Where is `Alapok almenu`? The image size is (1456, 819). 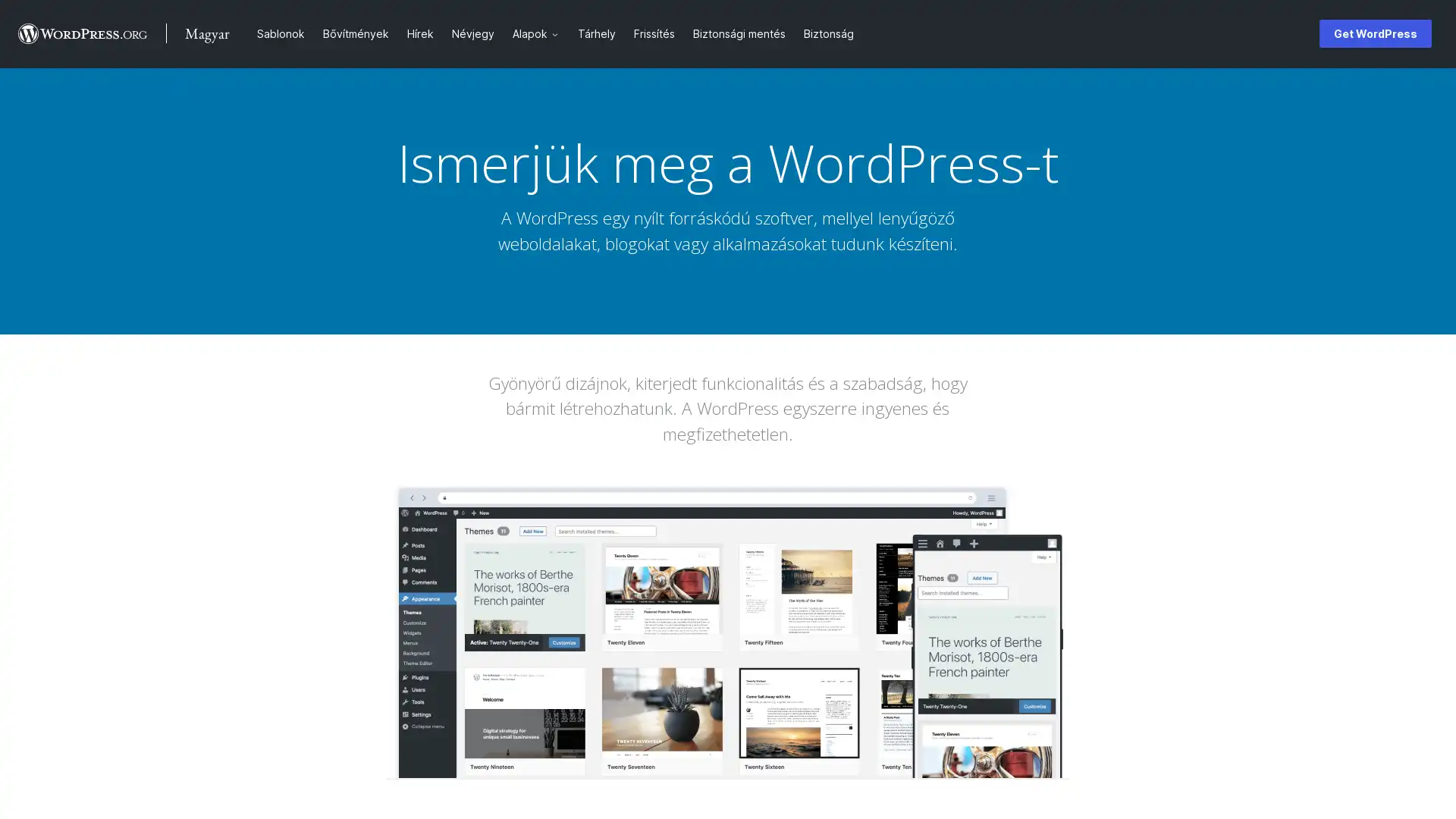 Alapok almenu is located at coordinates (559, 33).